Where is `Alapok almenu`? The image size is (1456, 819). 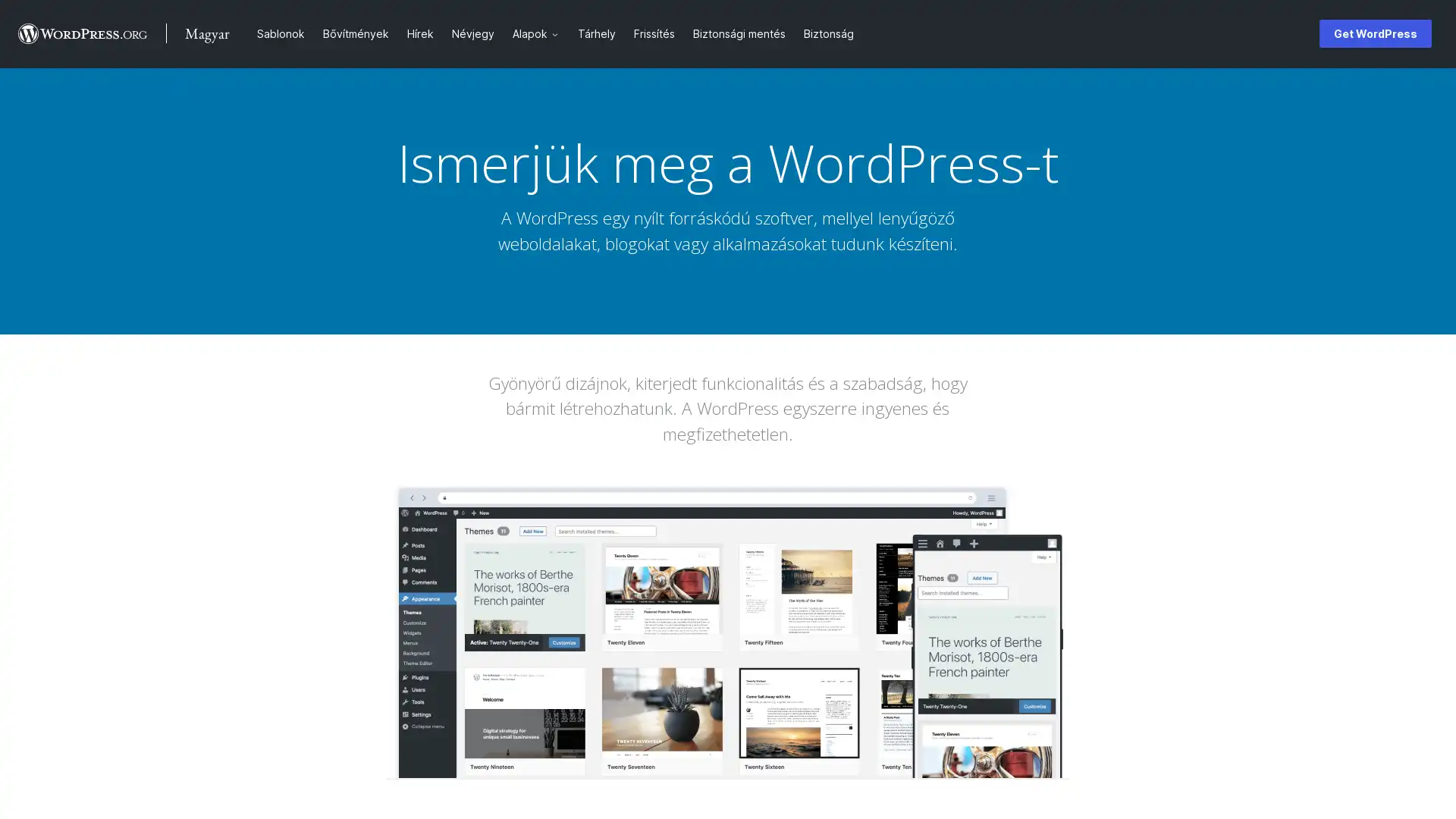 Alapok almenu is located at coordinates (559, 33).